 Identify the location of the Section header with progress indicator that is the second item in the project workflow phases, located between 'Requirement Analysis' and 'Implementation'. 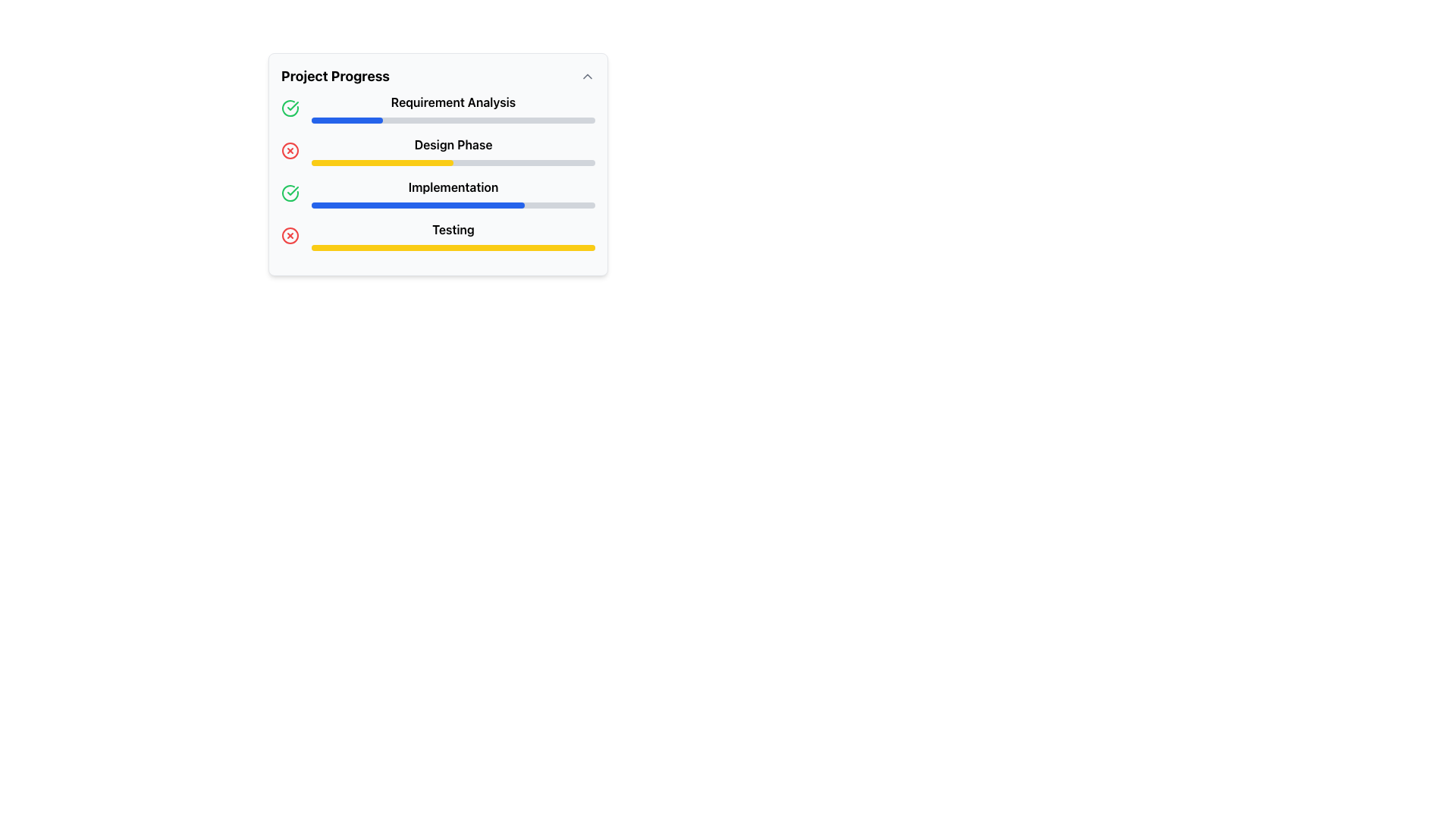
(437, 151).